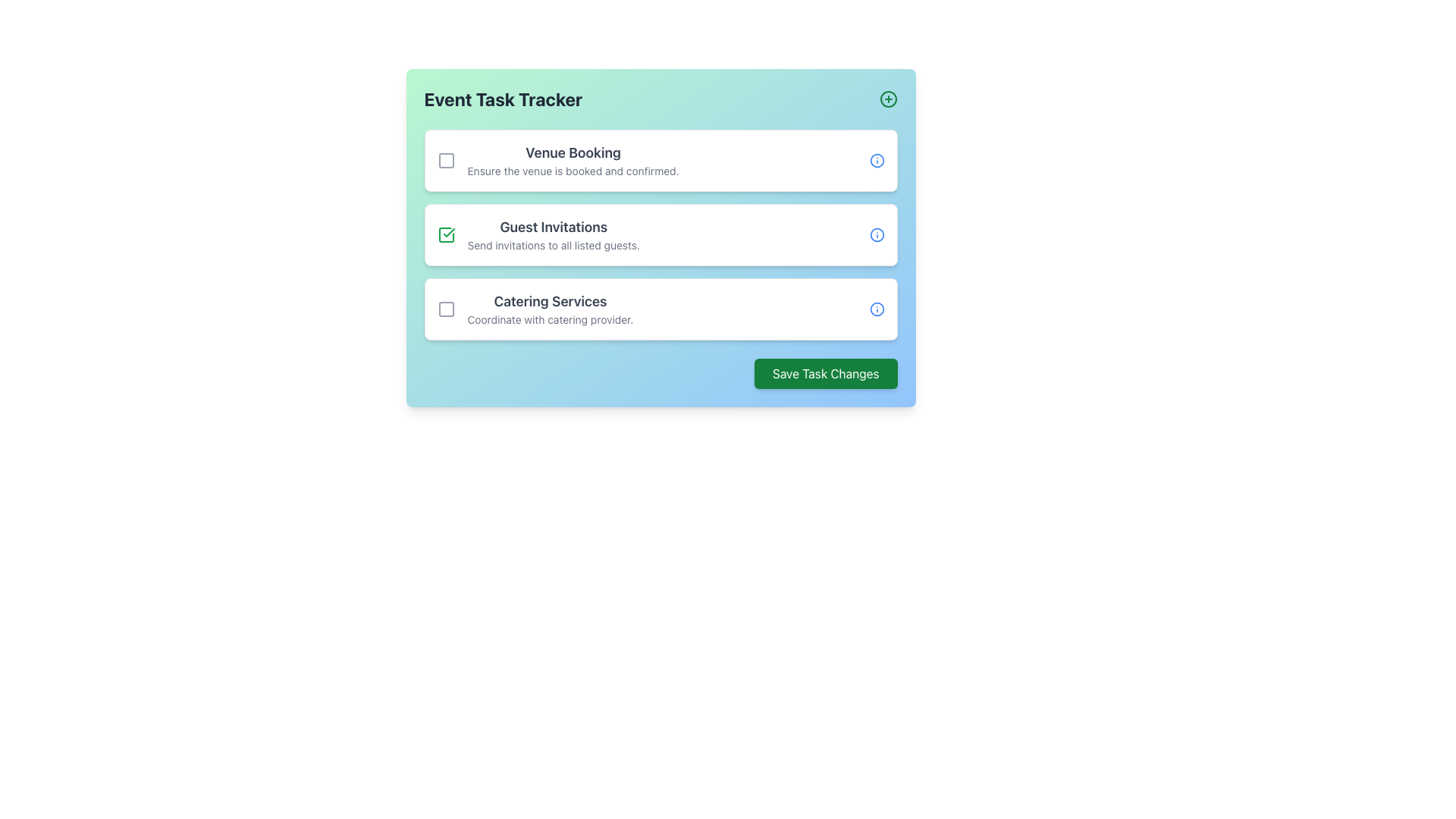 Image resolution: width=1456 pixels, height=819 pixels. What do you see at coordinates (549, 309) in the screenshot?
I see `the text block titled 'Catering Services' which contains the subtext 'Coordinate with catering provider', located in the third row of task items` at bounding box center [549, 309].